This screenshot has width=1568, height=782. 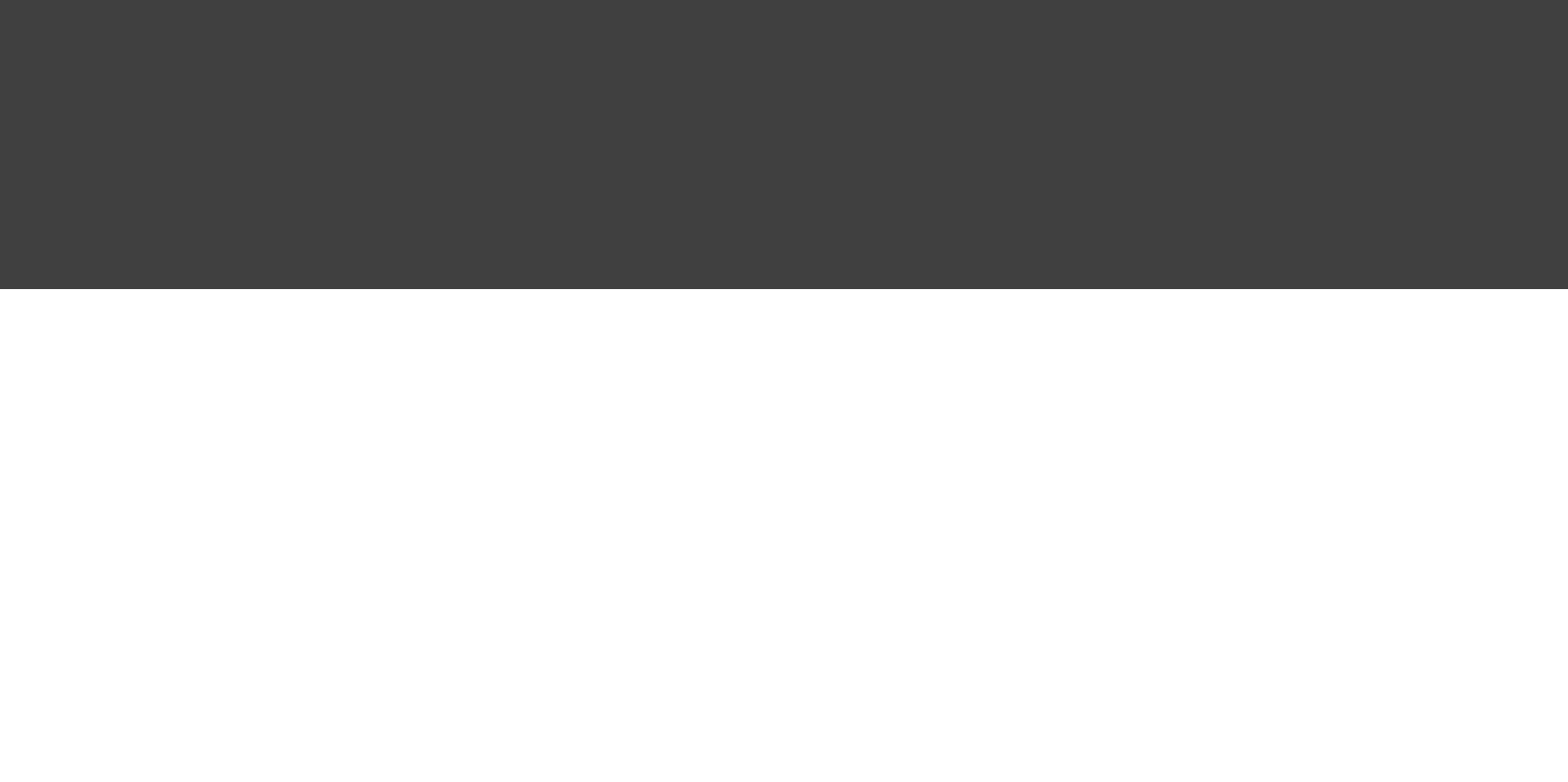 I want to click on 'Twitter', so click(x=1087, y=11).